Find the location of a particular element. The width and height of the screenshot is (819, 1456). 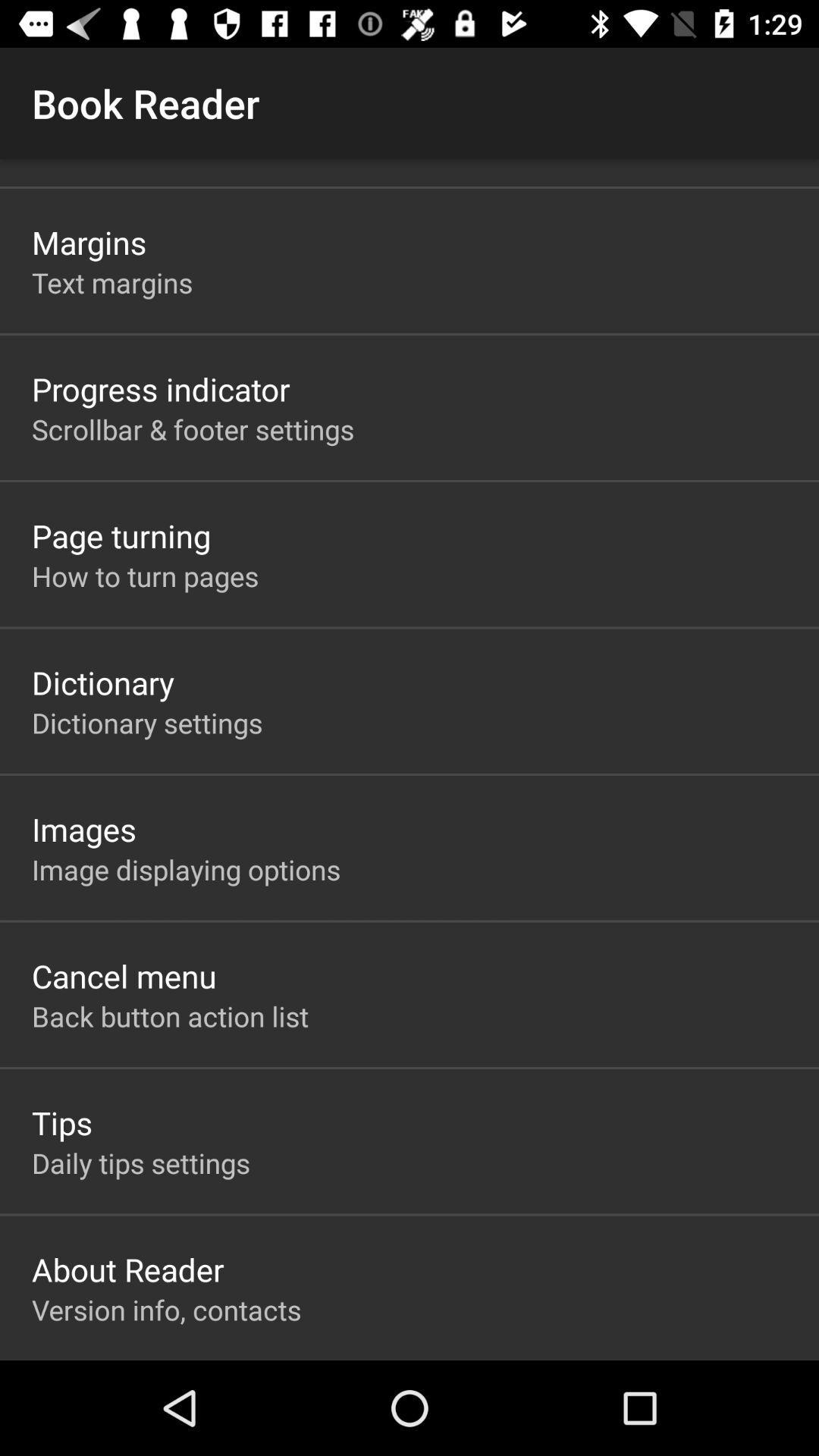

the item above the tips item is located at coordinates (170, 1016).